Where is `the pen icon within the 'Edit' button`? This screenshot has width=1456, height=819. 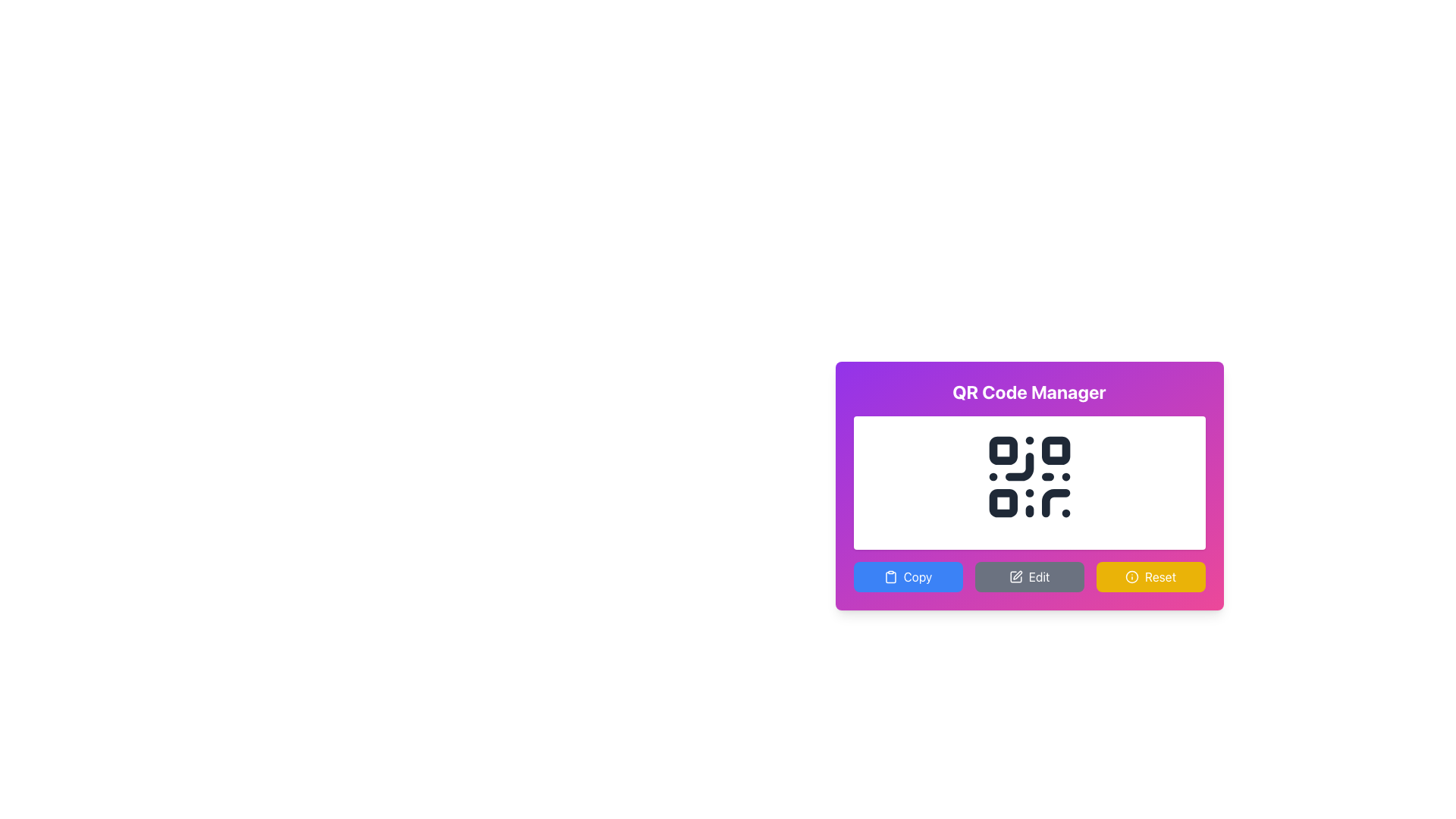 the pen icon within the 'Edit' button is located at coordinates (1015, 576).